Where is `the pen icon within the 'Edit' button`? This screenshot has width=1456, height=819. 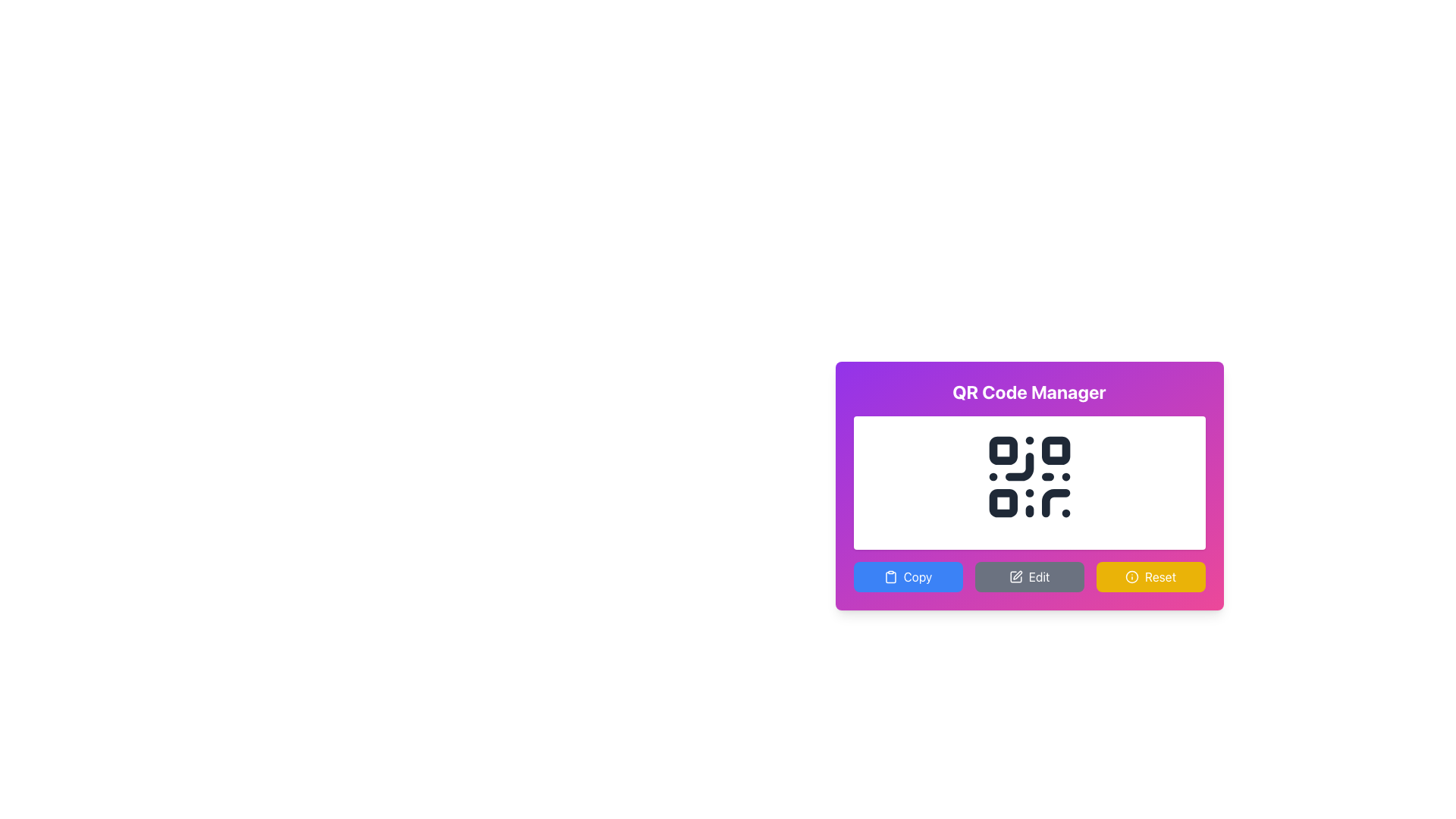 the pen icon within the 'Edit' button is located at coordinates (1015, 576).